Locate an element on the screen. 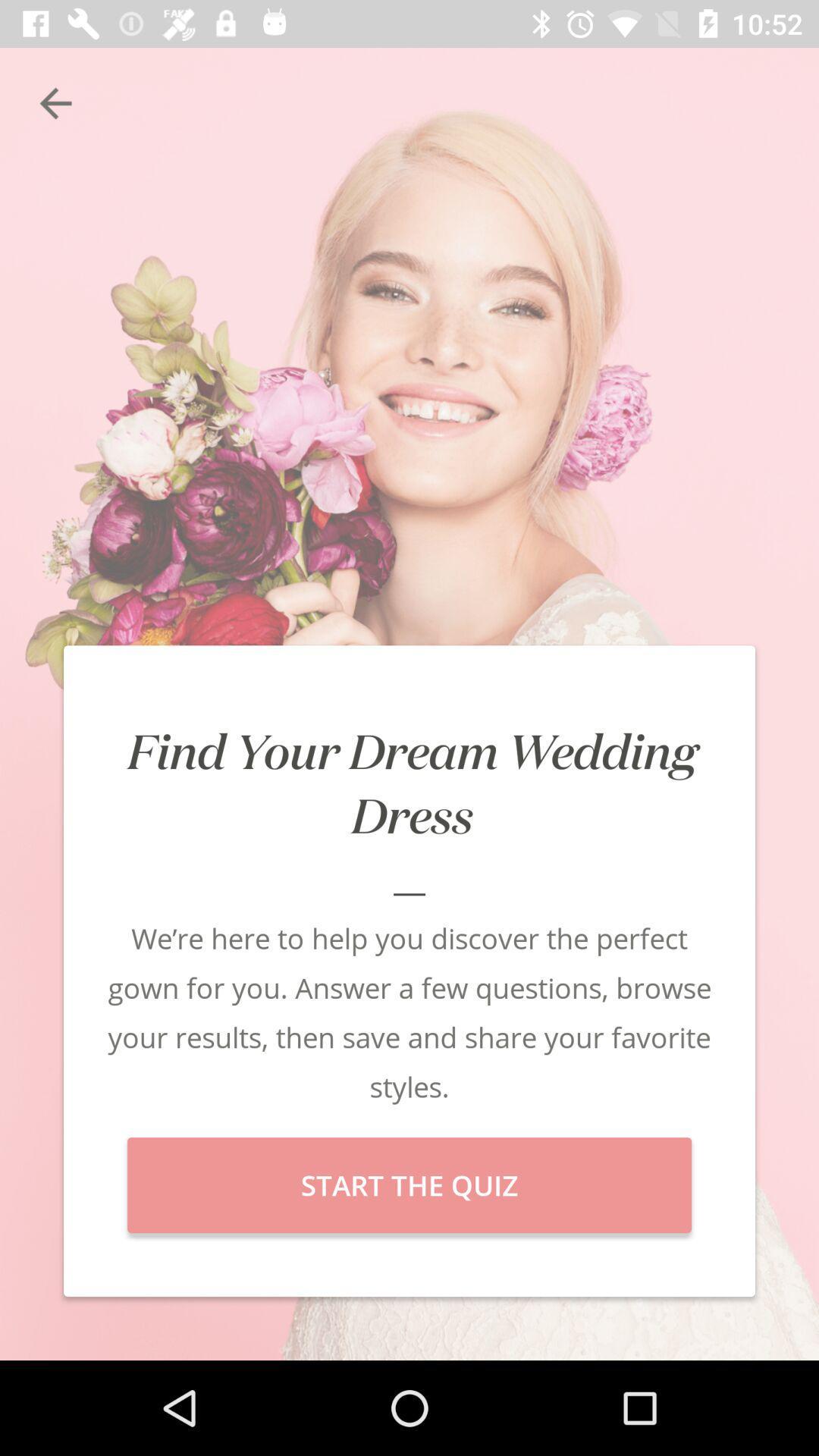  go back is located at coordinates (55, 102).